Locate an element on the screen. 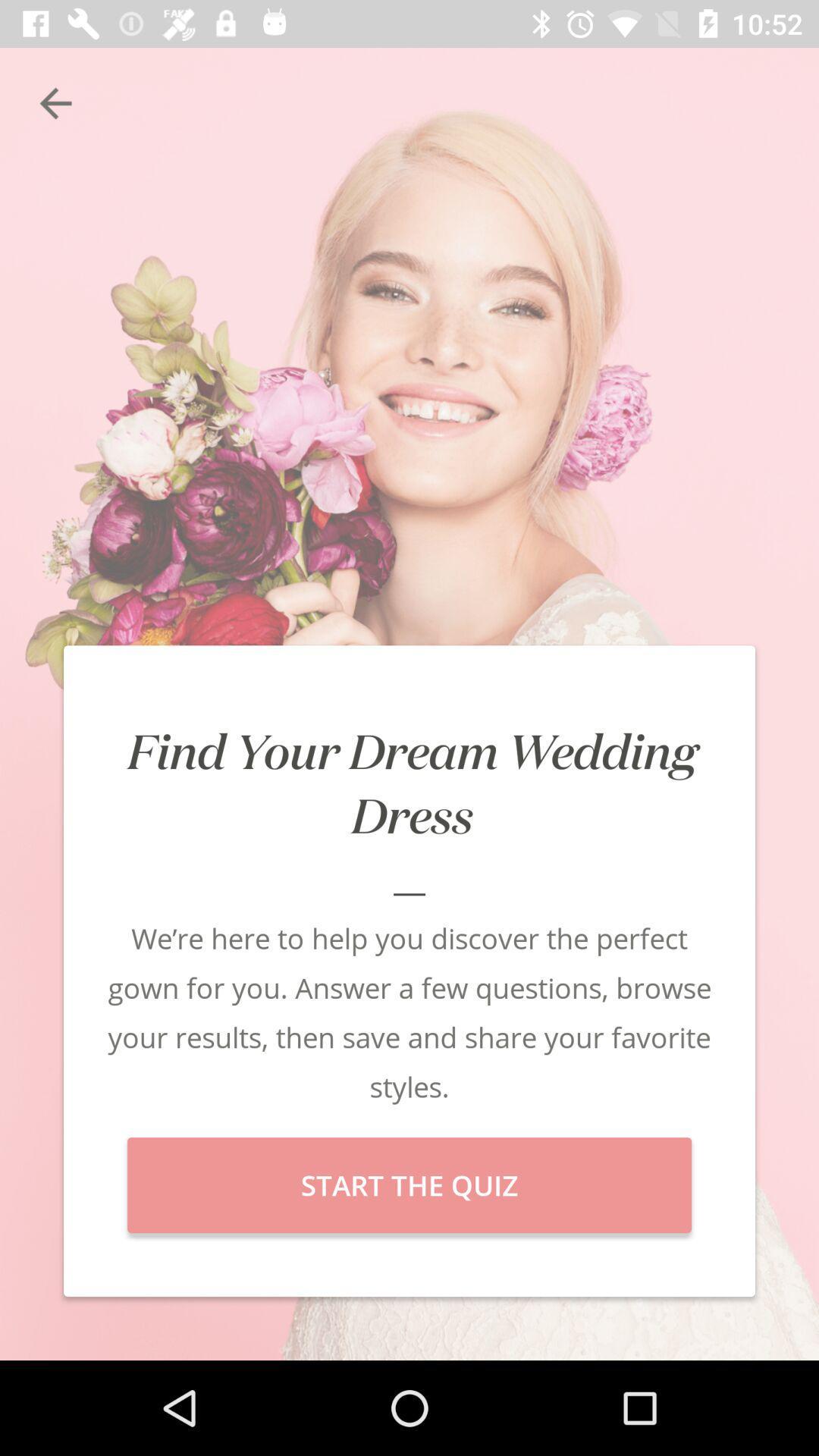  go back is located at coordinates (55, 102).